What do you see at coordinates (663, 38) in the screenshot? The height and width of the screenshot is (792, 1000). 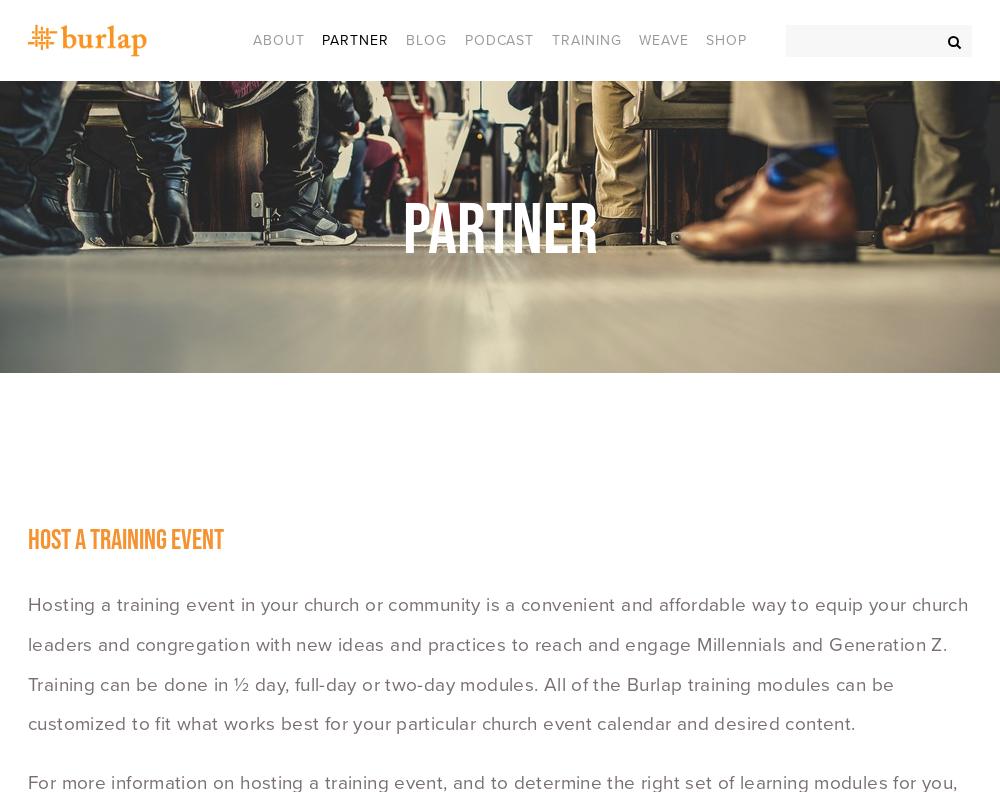 I see `'Weave'` at bounding box center [663, 38].